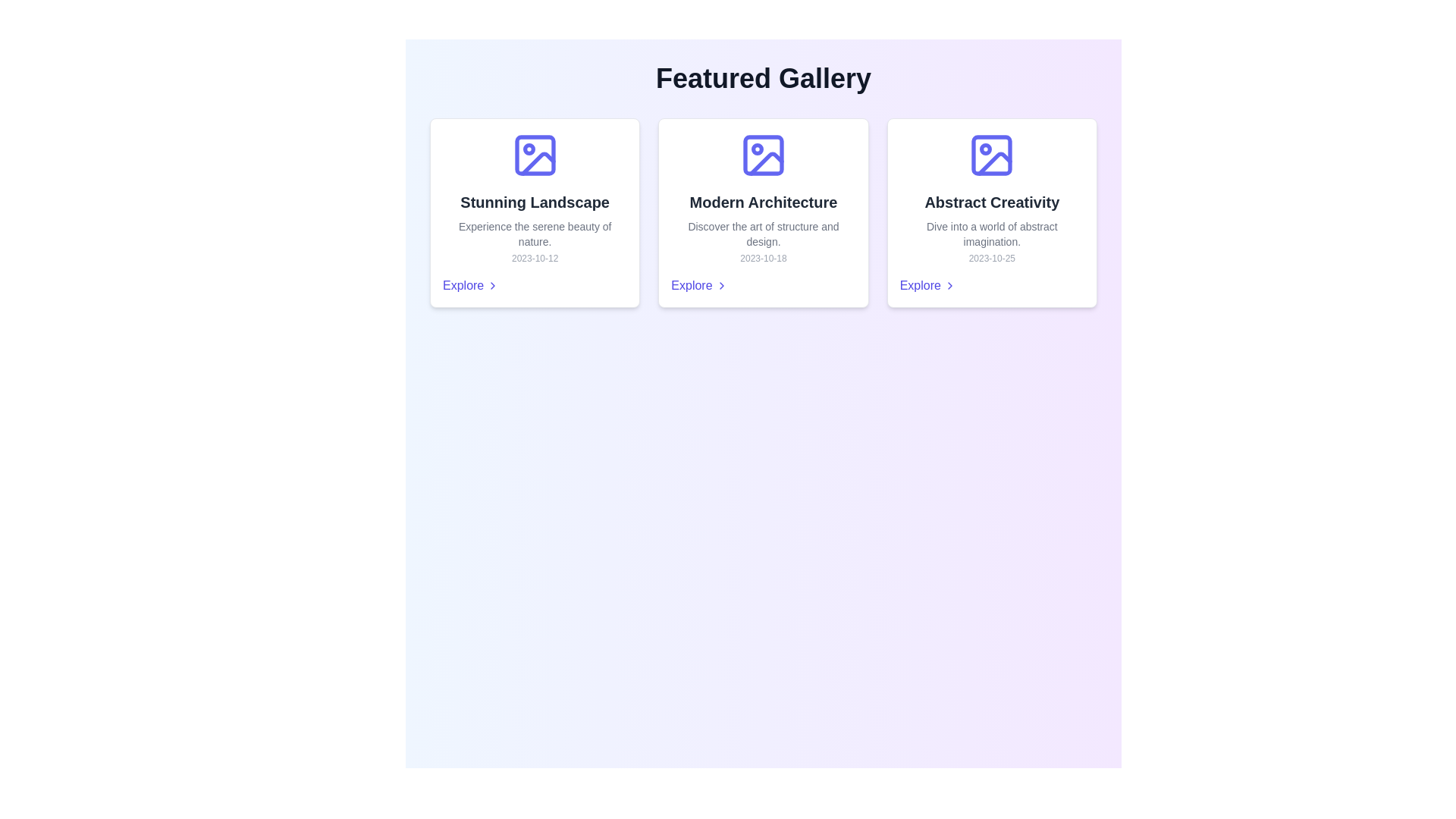 Image resolution: width=1456 pixels, height=819 pixels. Describe the element at coordinates (764, 234) in the screenshot. I see `the static text block providing a description or subtitle for 'Modern Architecture', which is located in the middle card of a three-card row, directly below the title and above the date text` at that location.